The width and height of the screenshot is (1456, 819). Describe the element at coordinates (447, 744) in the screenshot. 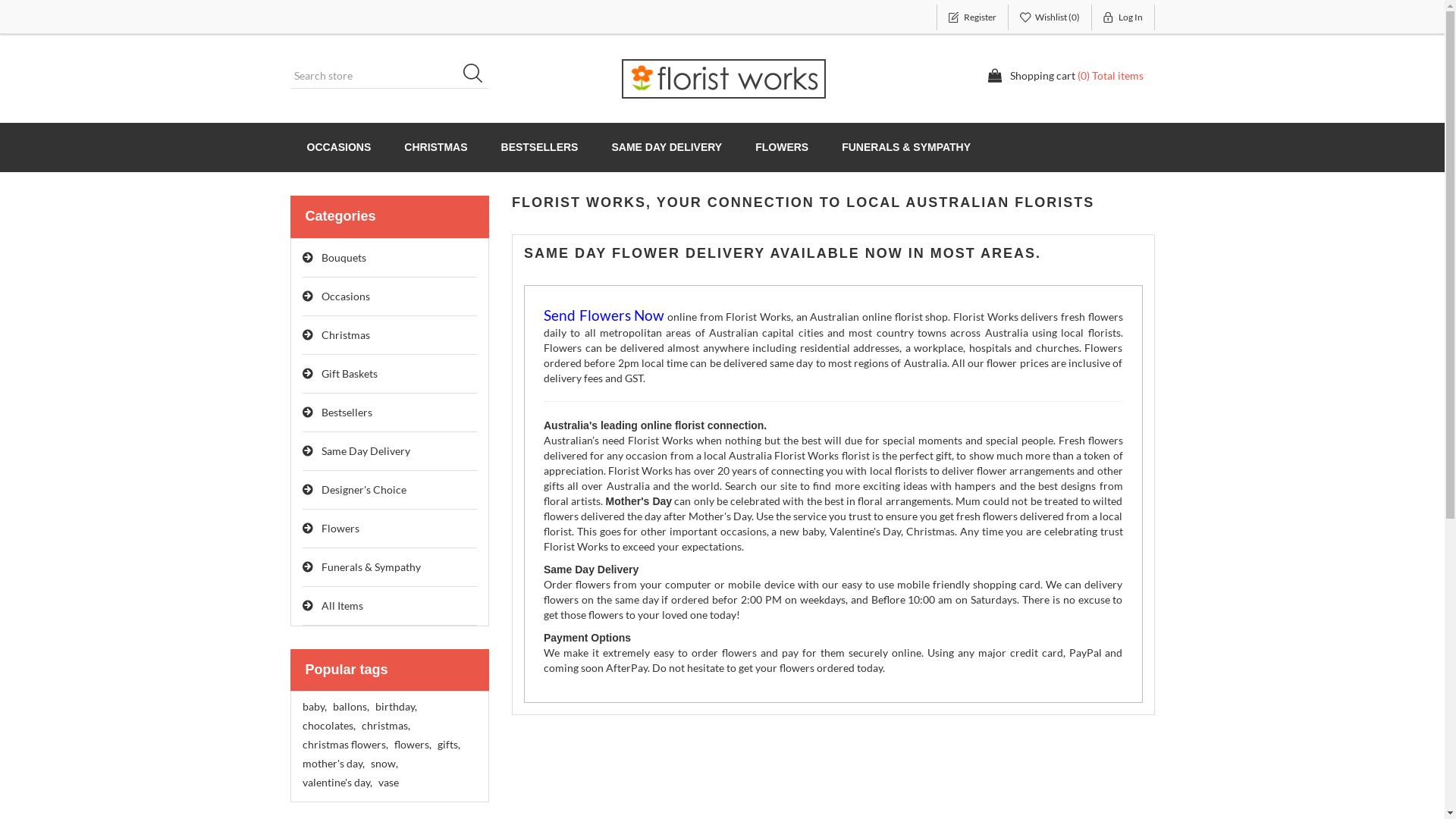

I see `'gifts,'` at that location.